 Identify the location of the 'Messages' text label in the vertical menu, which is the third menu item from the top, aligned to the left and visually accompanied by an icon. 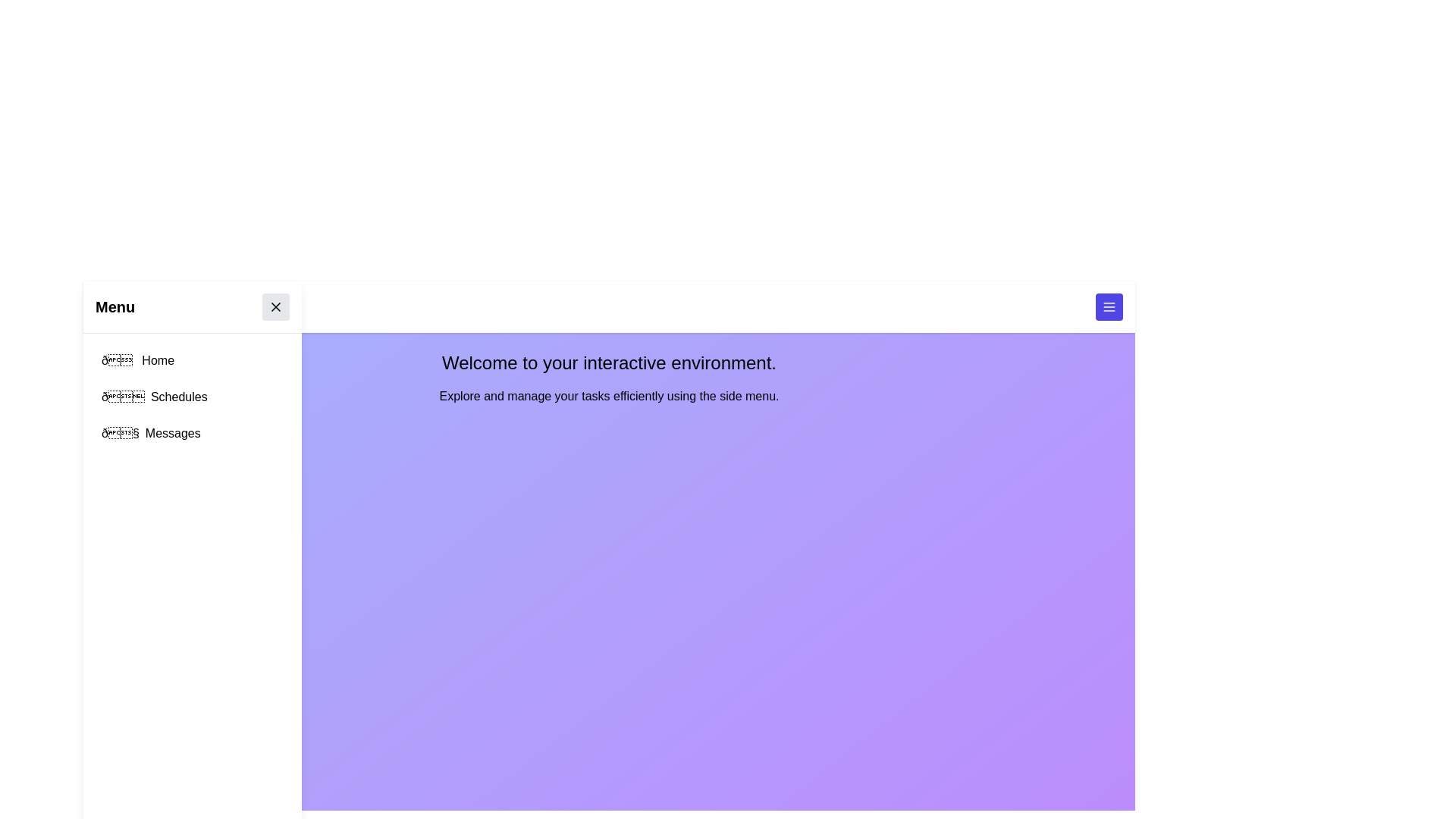
(173, 433).